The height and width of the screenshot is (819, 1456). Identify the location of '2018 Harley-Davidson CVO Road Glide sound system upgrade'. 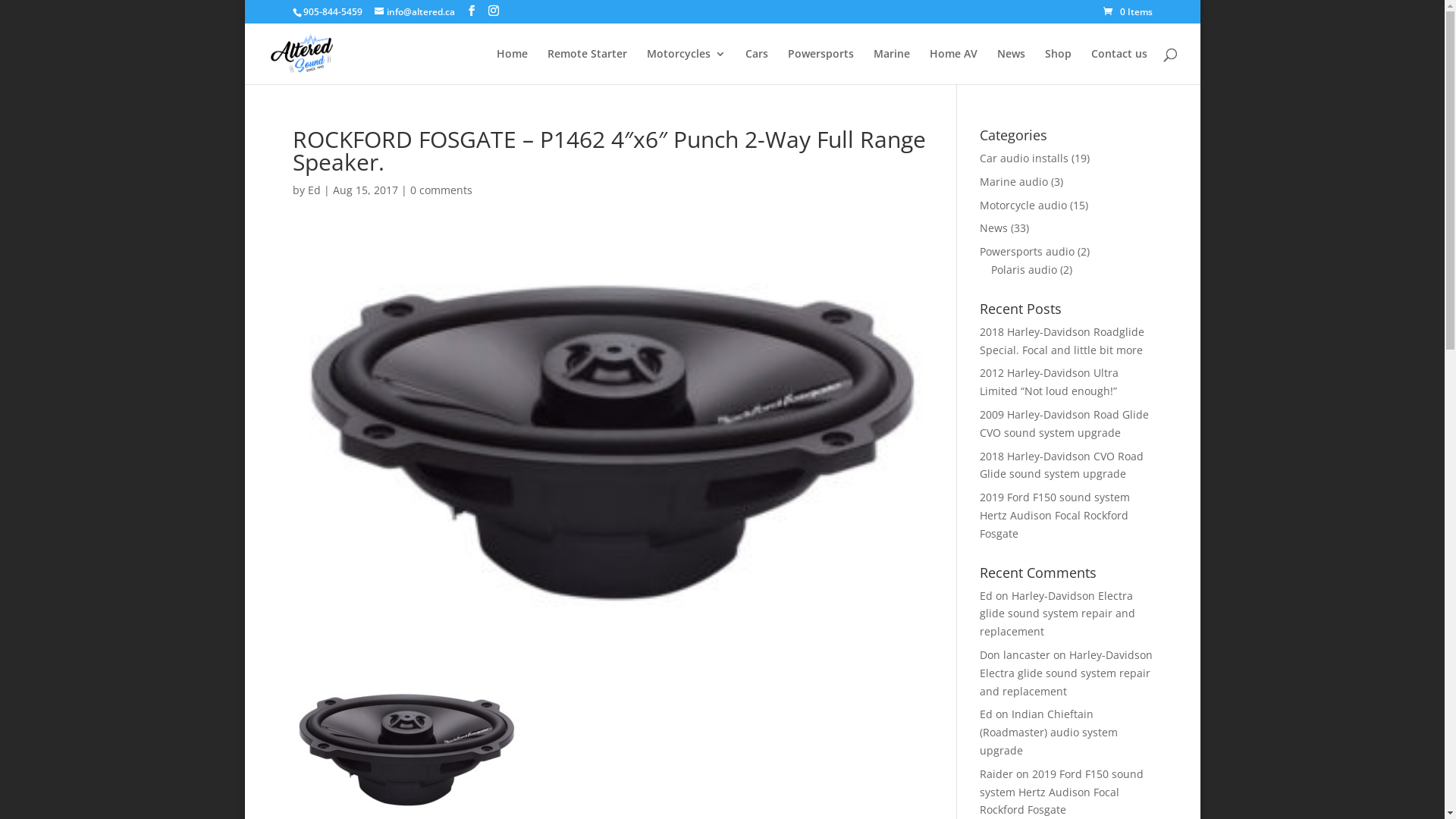
(1061, 464).